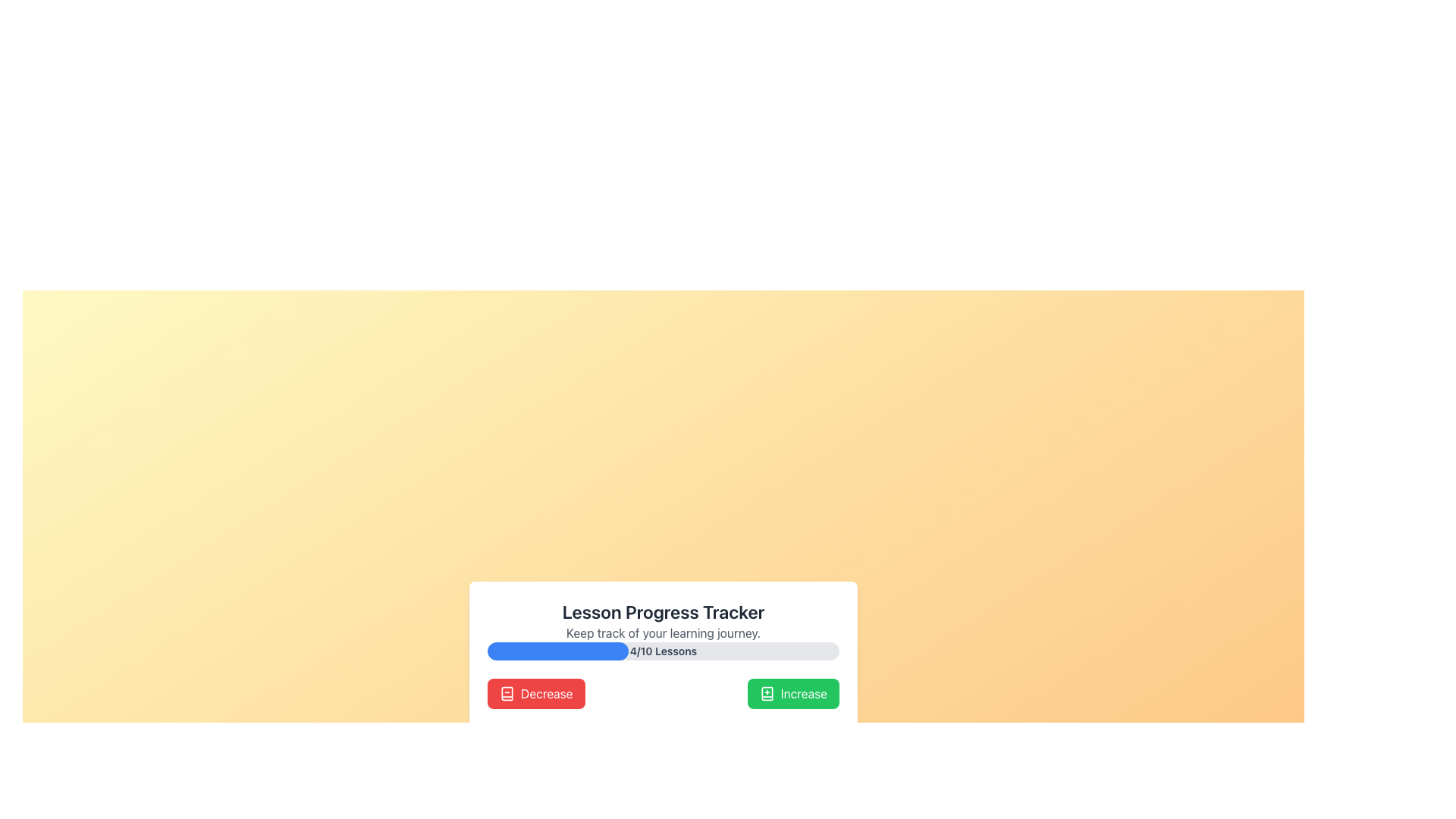  I want to click on the Progress Bar indicating 40% completion in the Lesson Progress Tracker section, so click(557, 651).